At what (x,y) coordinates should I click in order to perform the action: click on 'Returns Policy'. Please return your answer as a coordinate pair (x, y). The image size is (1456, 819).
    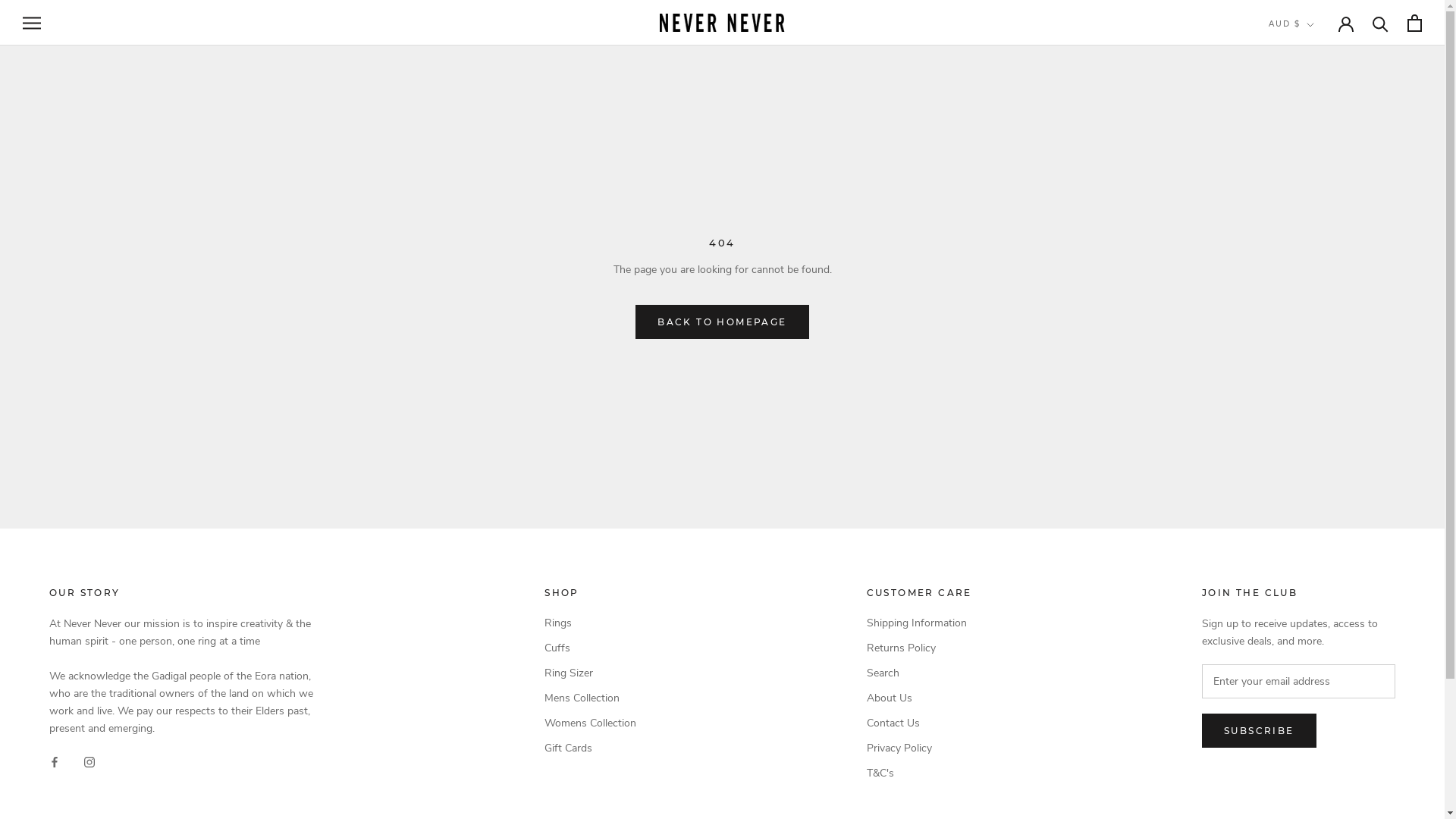
    Looking at the image, I should click on (918, 648).